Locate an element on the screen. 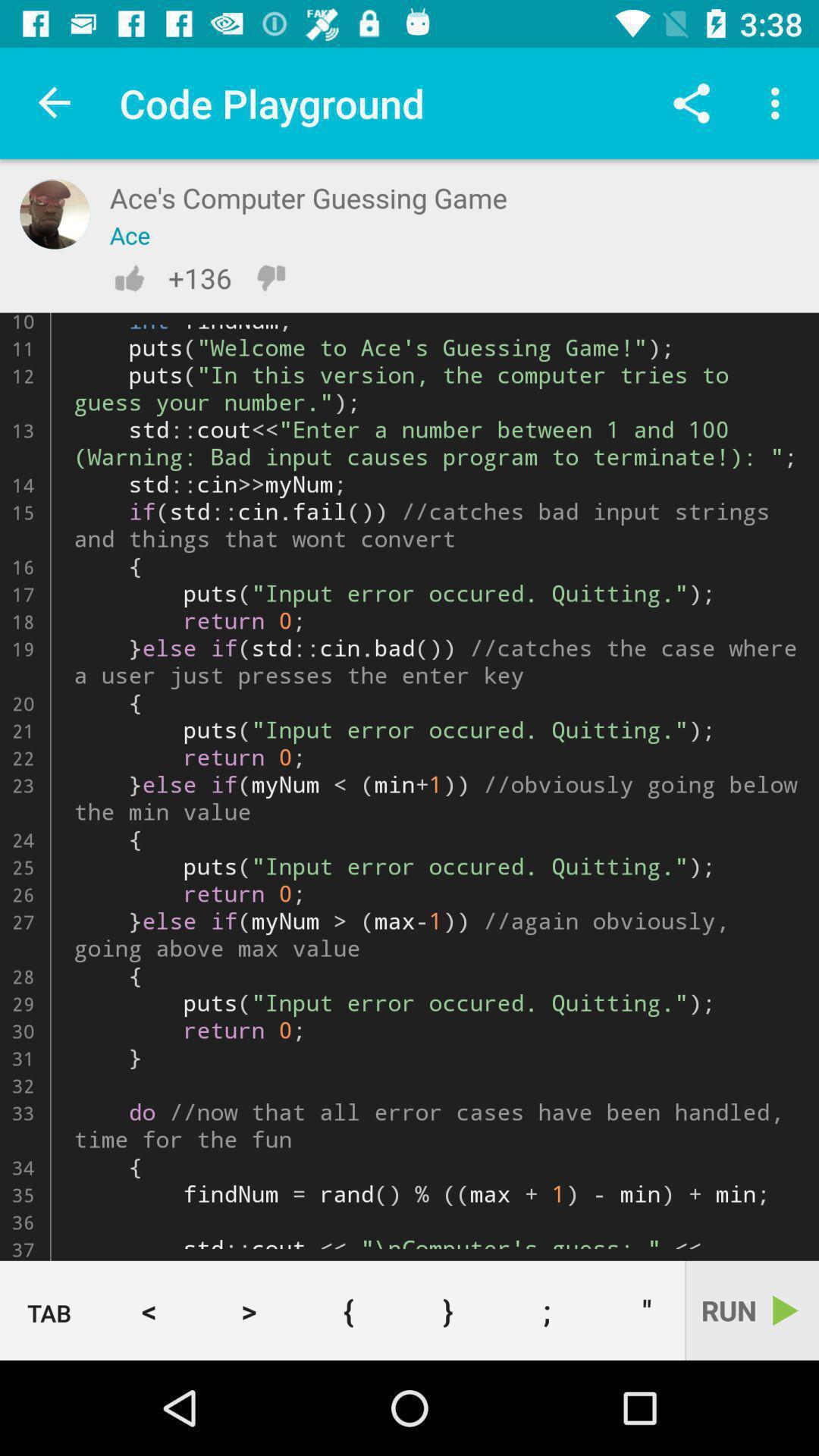 This screenshot has height=1456, width=819. down vote this code is located at coordinates (270, 278).